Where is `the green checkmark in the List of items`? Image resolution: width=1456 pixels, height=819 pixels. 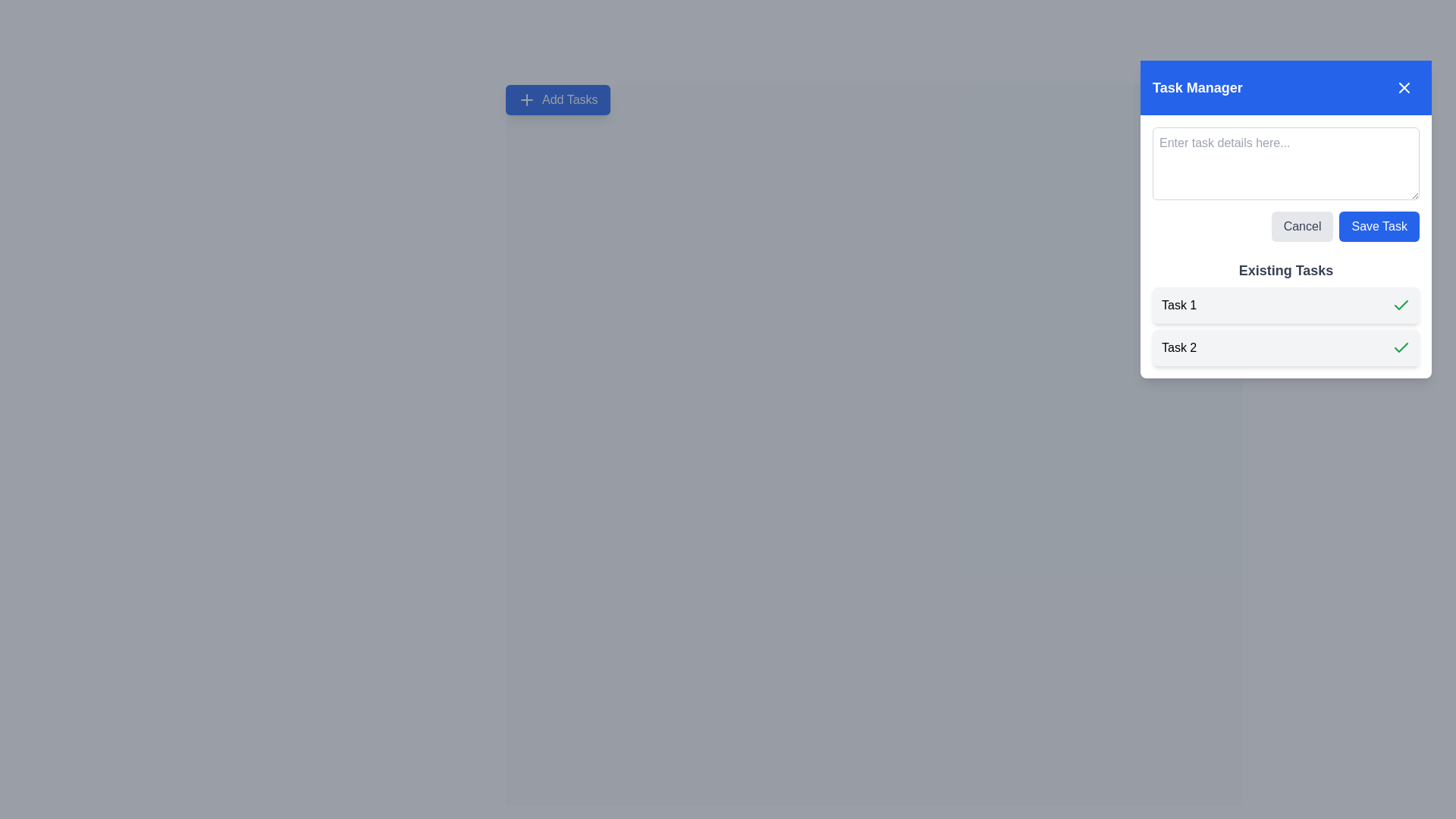
the green checkmark in the List of items is located at coordinates (1285, 326).